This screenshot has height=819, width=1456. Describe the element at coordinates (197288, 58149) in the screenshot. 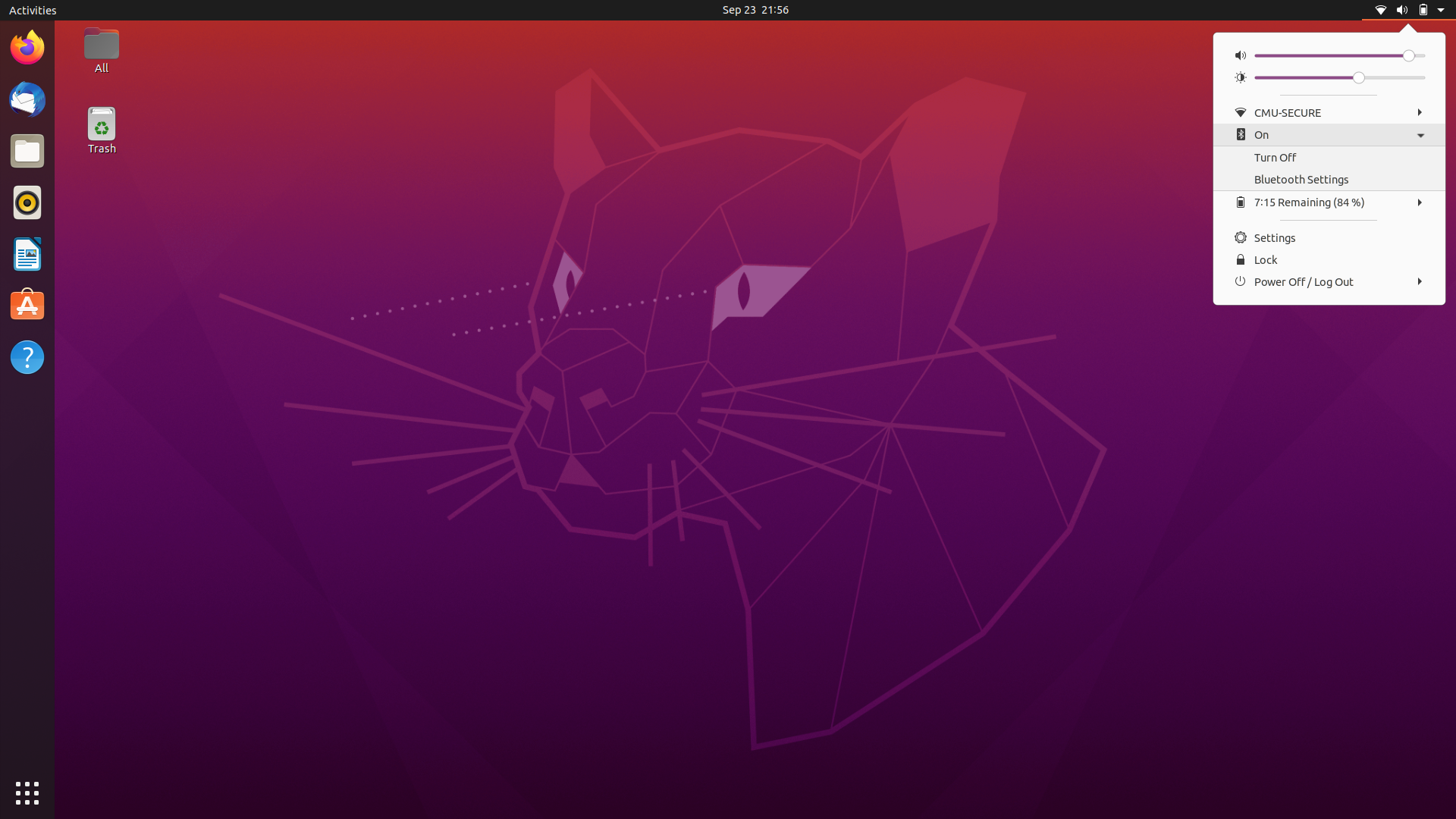

I see `Erase the directory` at that location.